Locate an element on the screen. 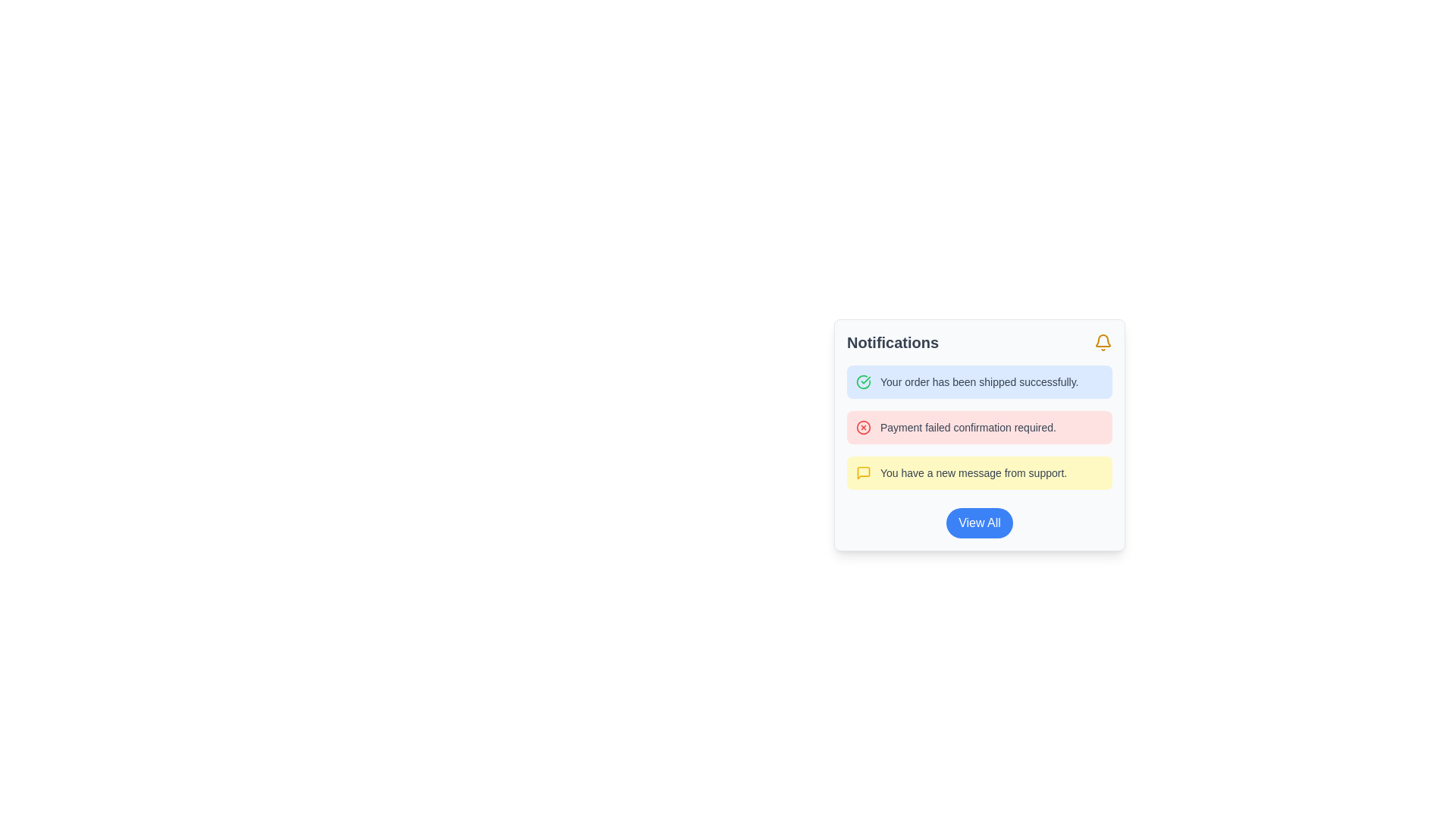 The image size is (1456, 819). the yellow bell icon in the header section of the notifications card, which is located to the top-right of the 'Notifications' text heading is located at coordinates (1103, 342).